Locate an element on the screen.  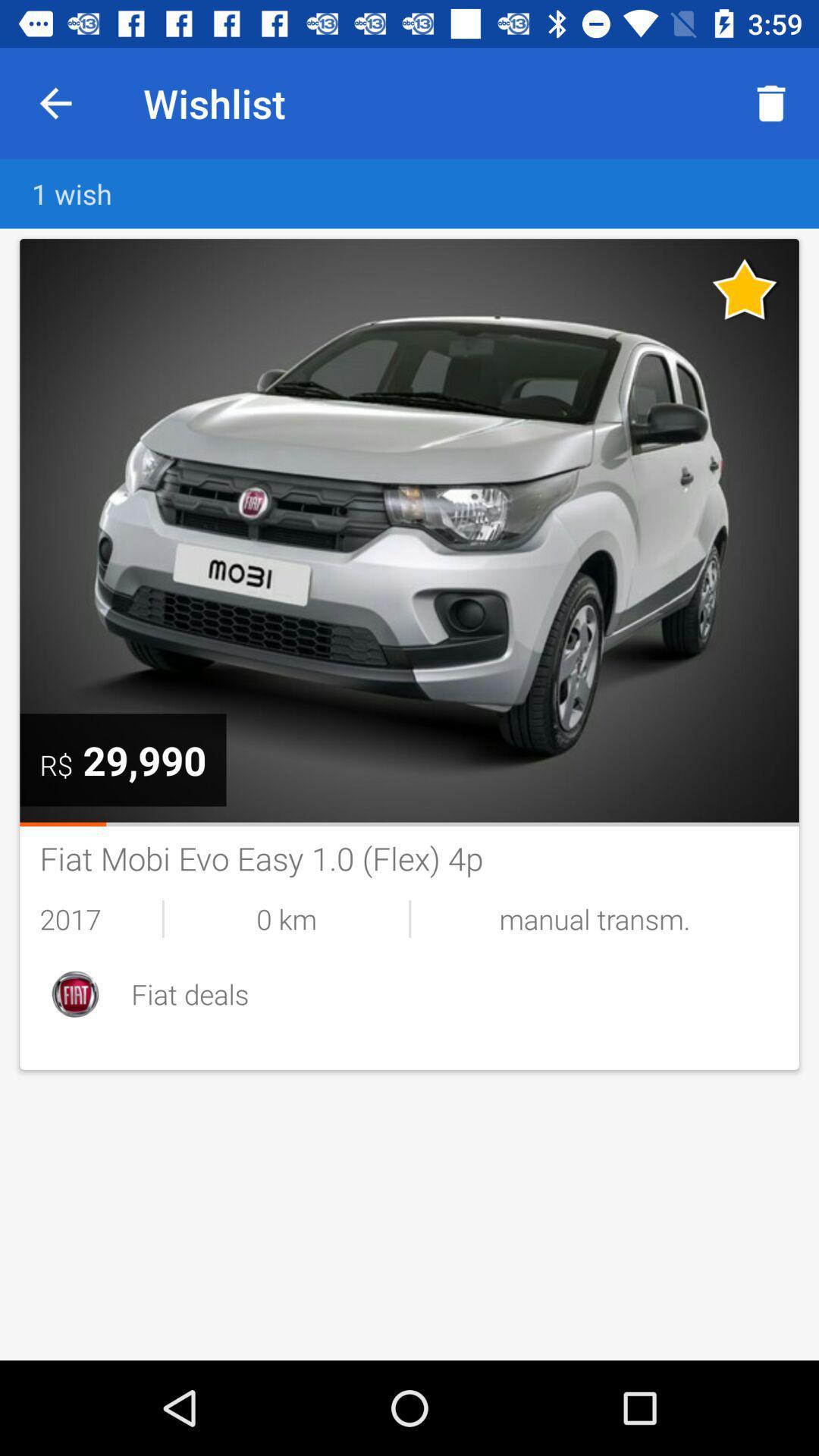
item above the fiat mobi evo is located at coordinates (409, 824).